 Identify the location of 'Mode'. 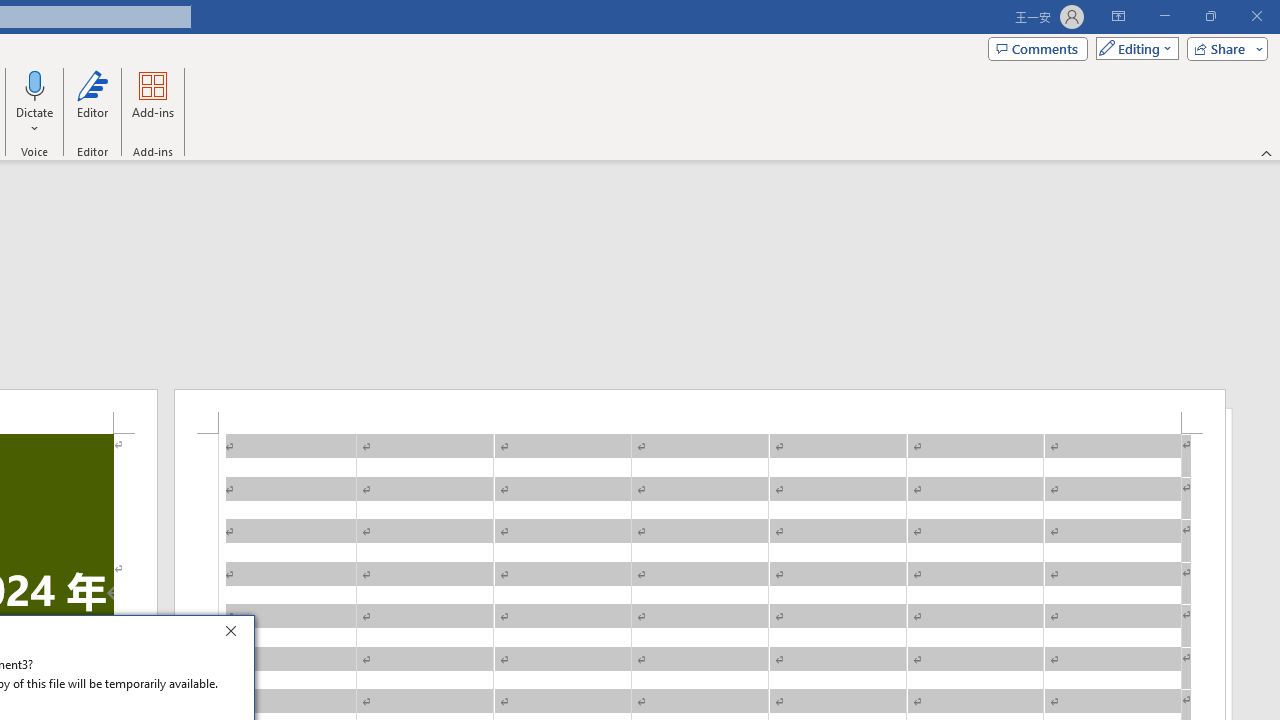
(1133, 47).